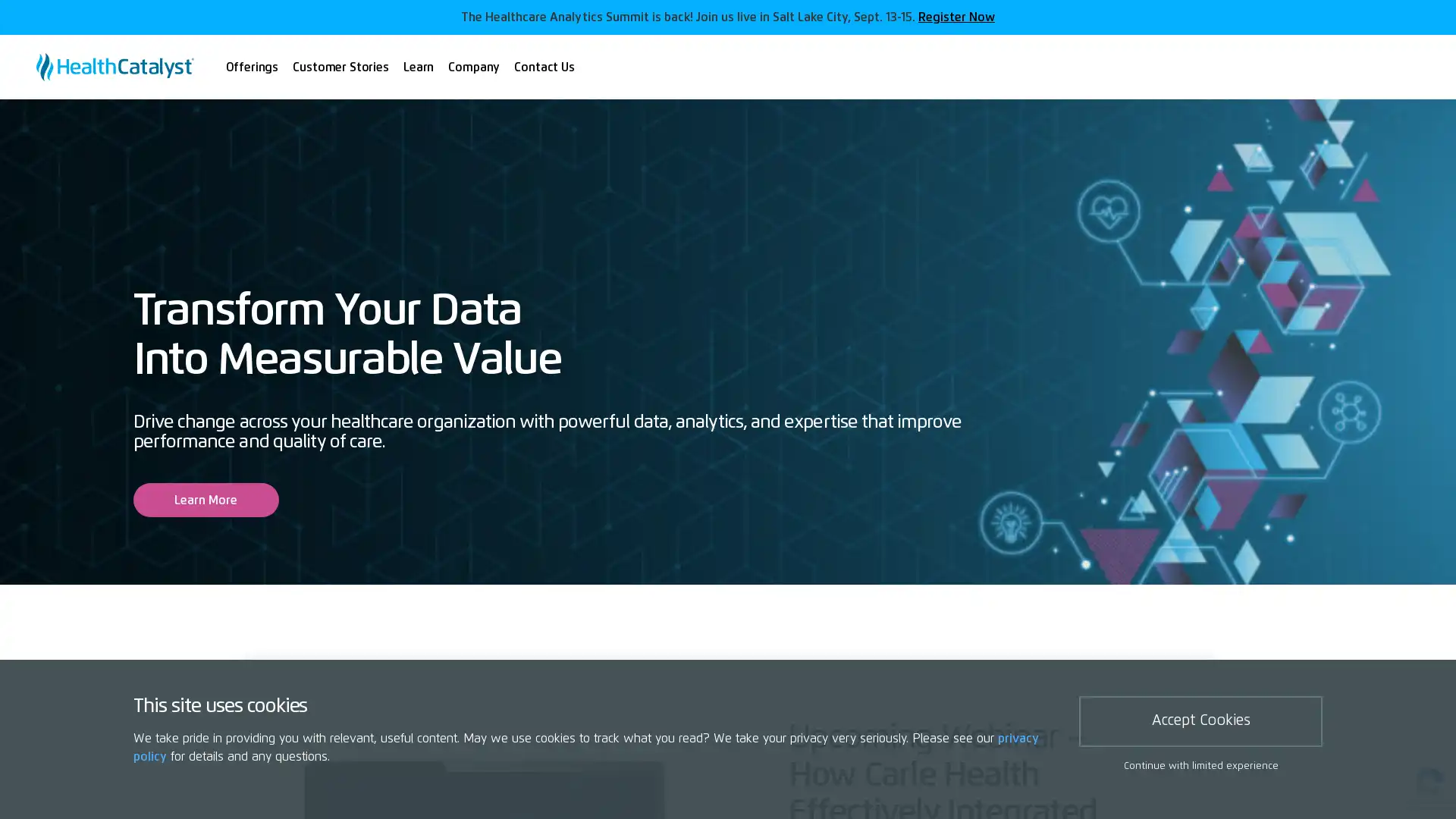  What do you see at coordinates (1200, 765) in the screenshot?
I see `Continue with limited experience` at bounding box center [1200, 765].